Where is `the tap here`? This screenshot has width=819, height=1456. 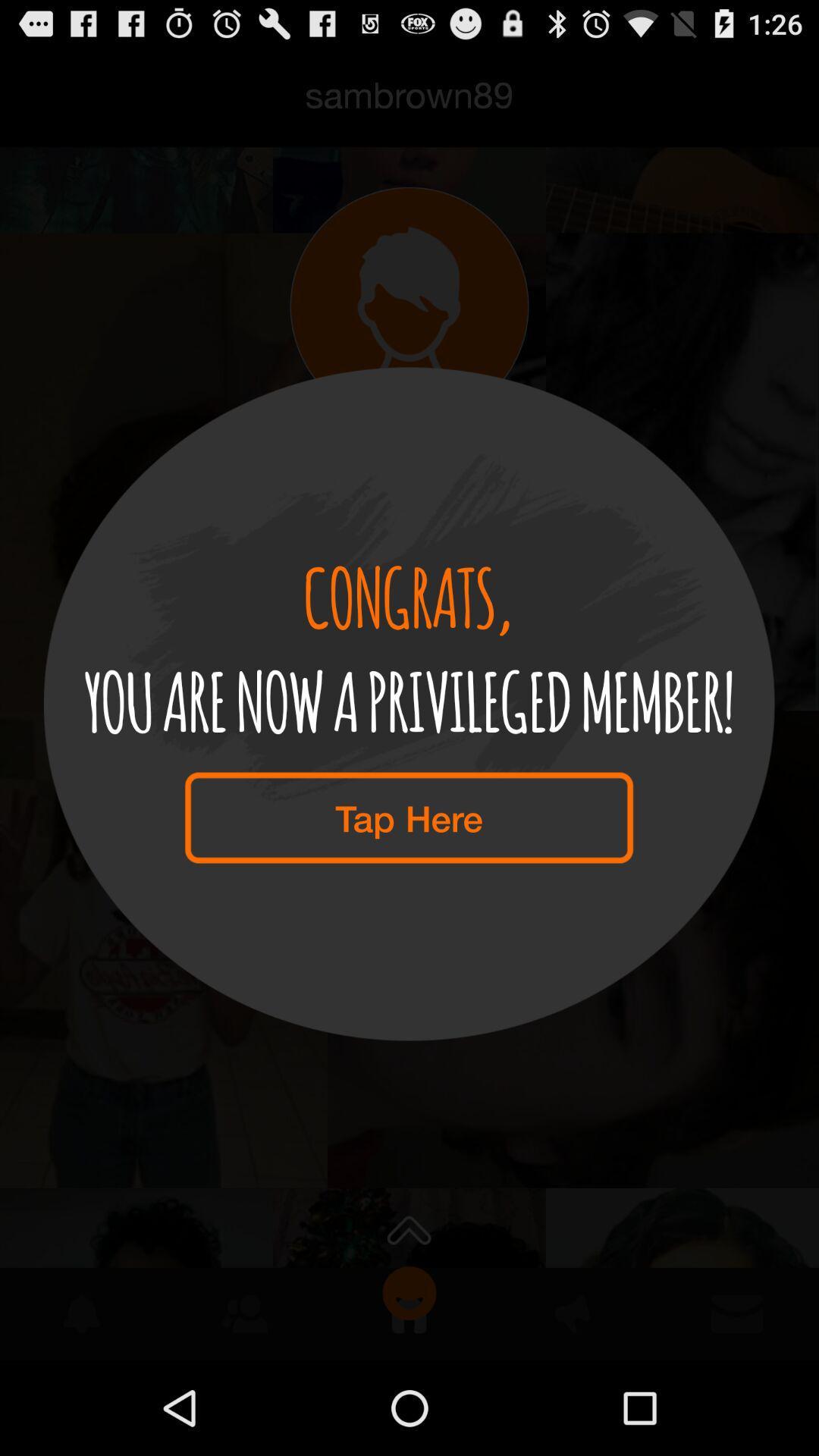
the tap here is located at coordinates (408, 817).